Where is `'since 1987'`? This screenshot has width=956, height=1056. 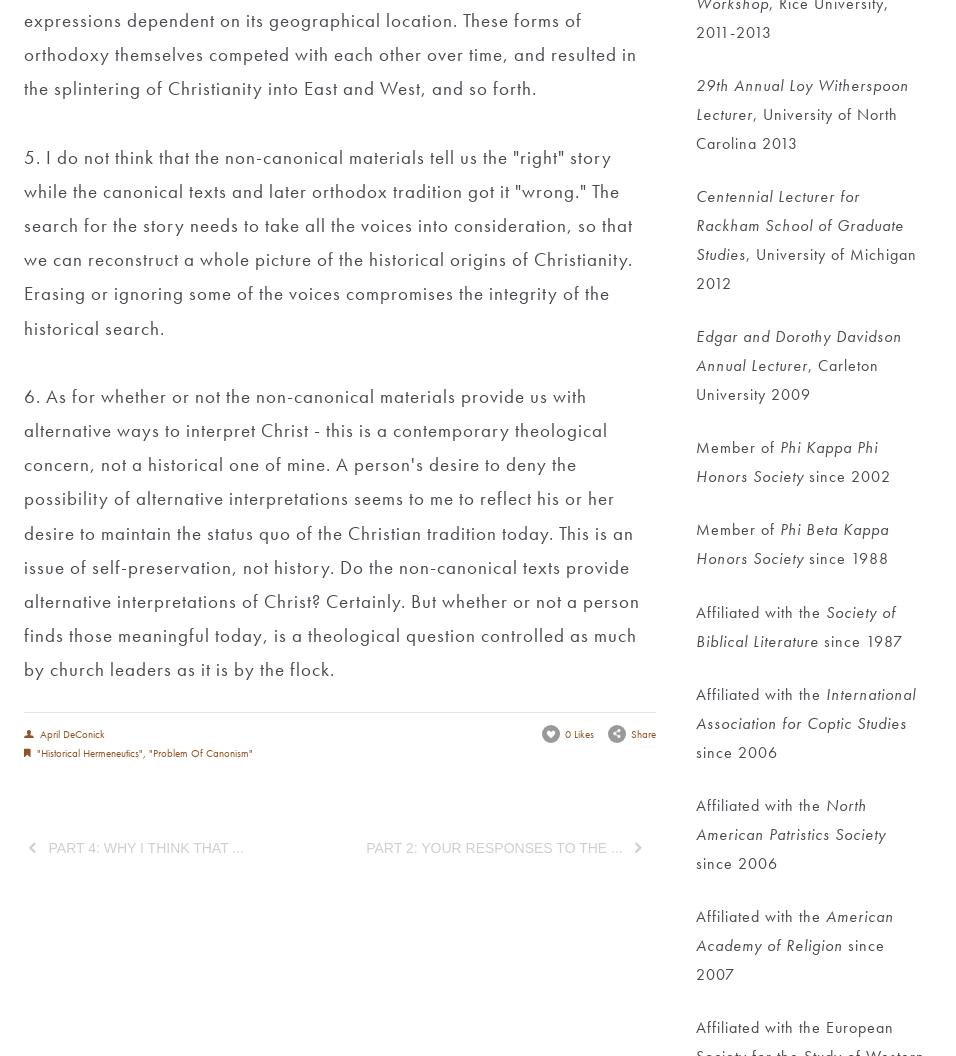
'since 1987' is located at coordinates (860, 639).